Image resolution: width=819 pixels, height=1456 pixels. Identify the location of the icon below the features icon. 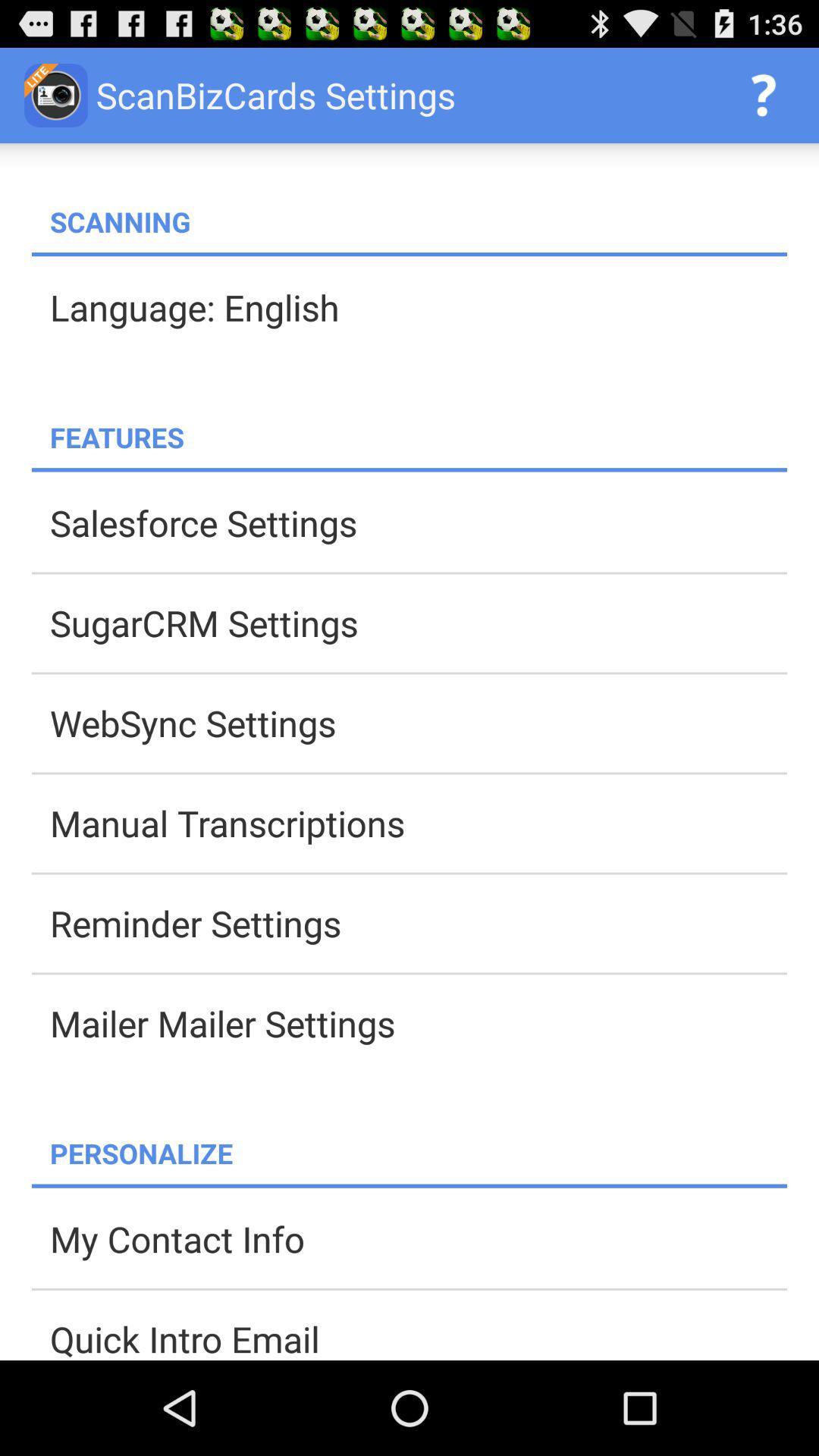
(409, 469).